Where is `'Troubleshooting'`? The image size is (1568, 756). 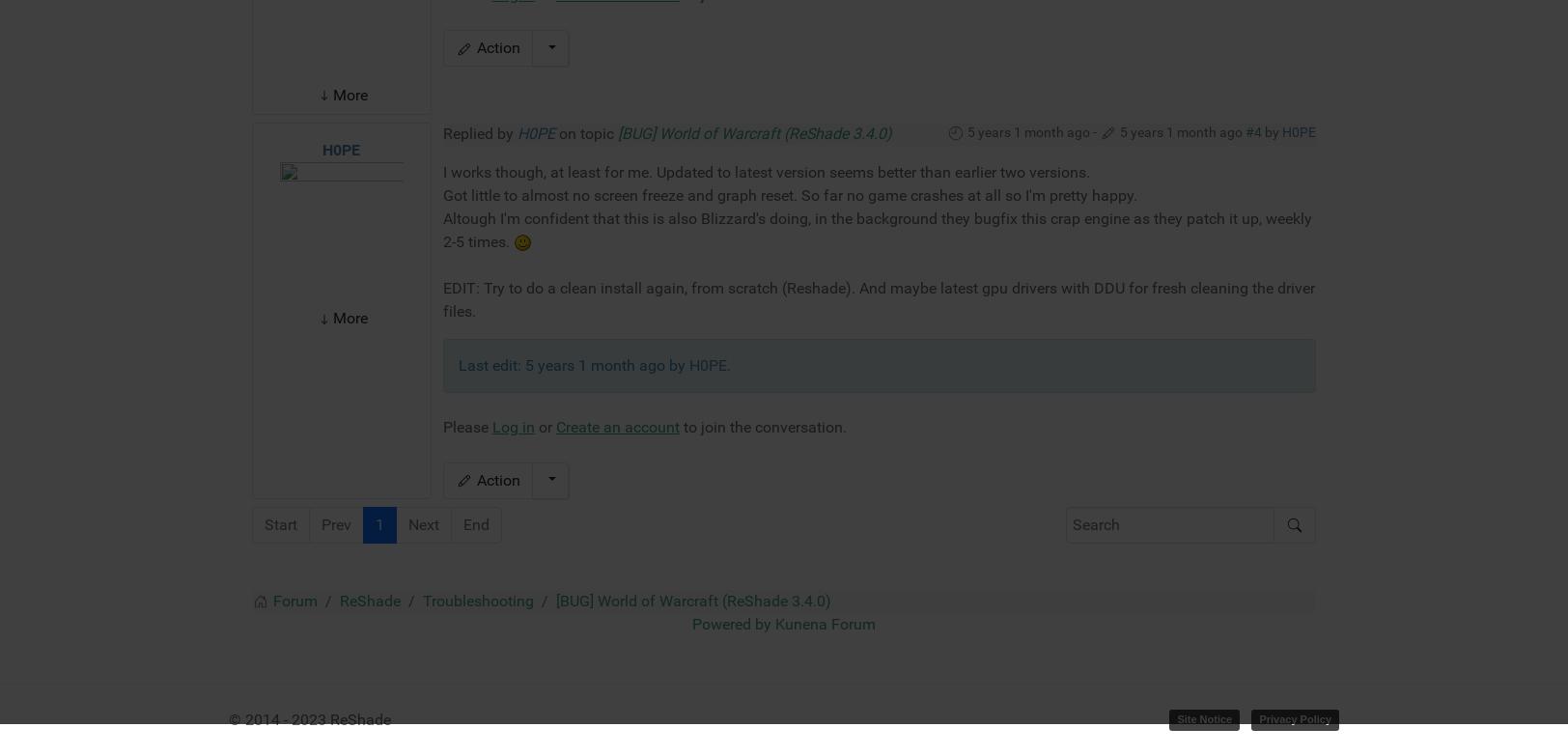 'Troubleshooting' is located at coordinates (478, 294).